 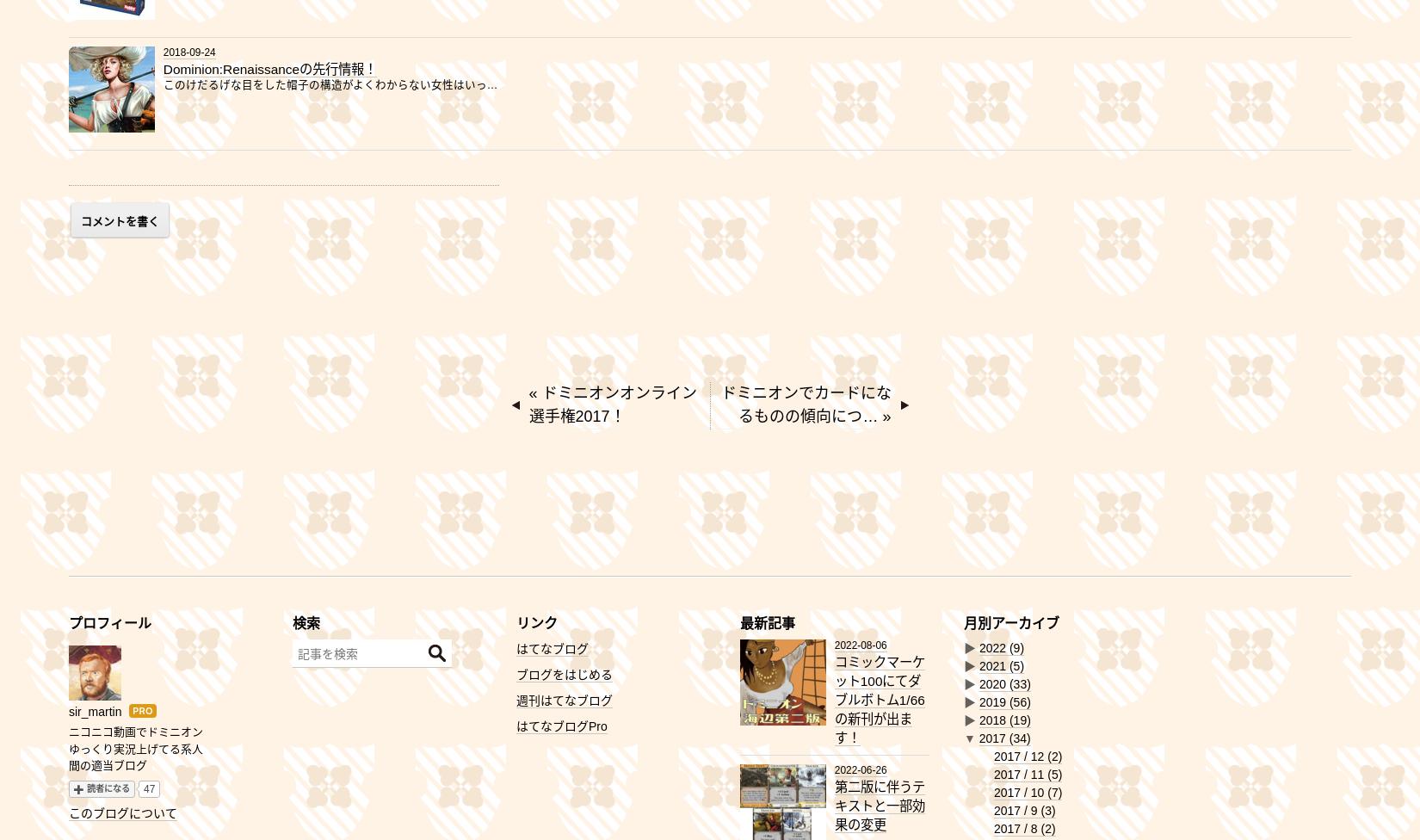 What do you see at coordinates (1019, 702) in the screenshot?
I see `'(56)'` at bounding box center [1019, 702].